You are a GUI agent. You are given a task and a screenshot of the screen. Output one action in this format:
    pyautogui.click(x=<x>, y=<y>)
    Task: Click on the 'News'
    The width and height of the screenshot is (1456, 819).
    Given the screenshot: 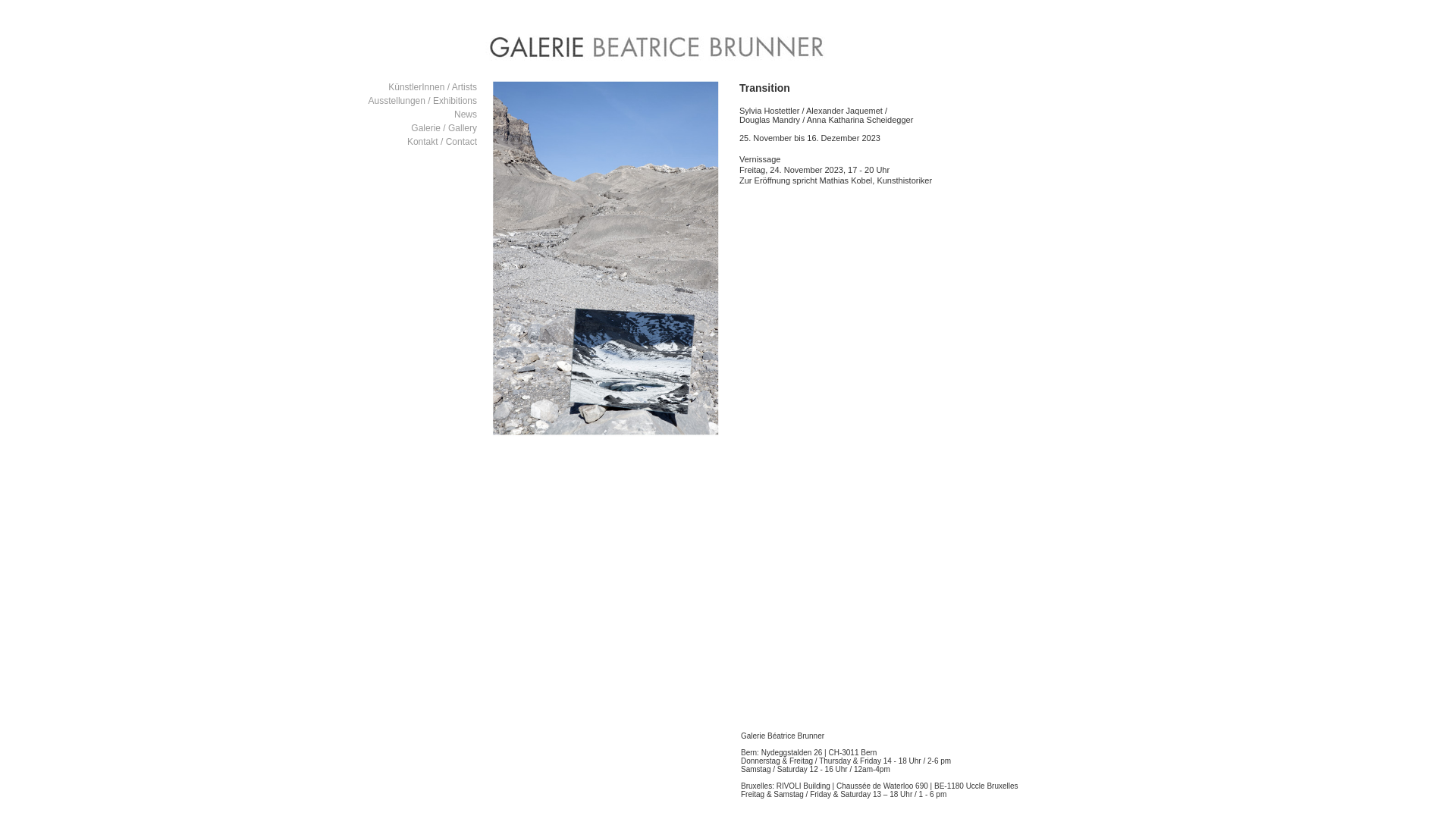 What is the action you would take?
    pyautogui.click(x=465, y=113)
    